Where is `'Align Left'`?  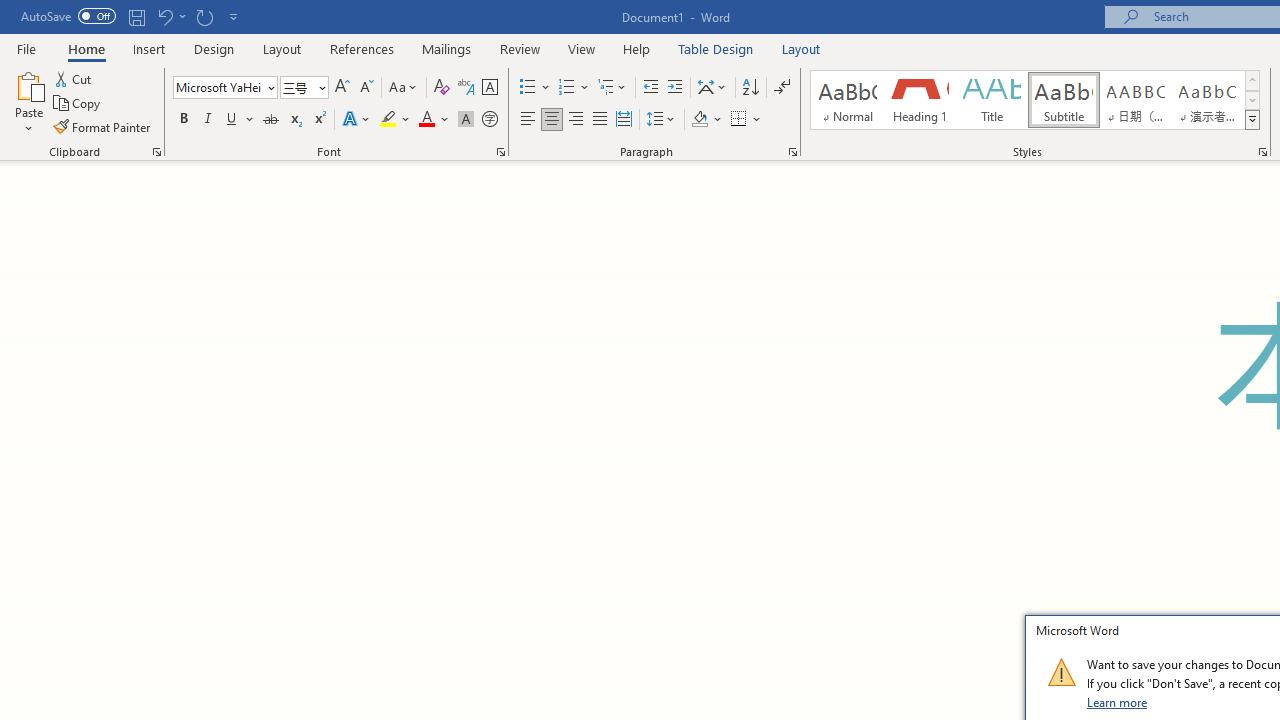 'Align Left' is located at coordinates (528, 119).